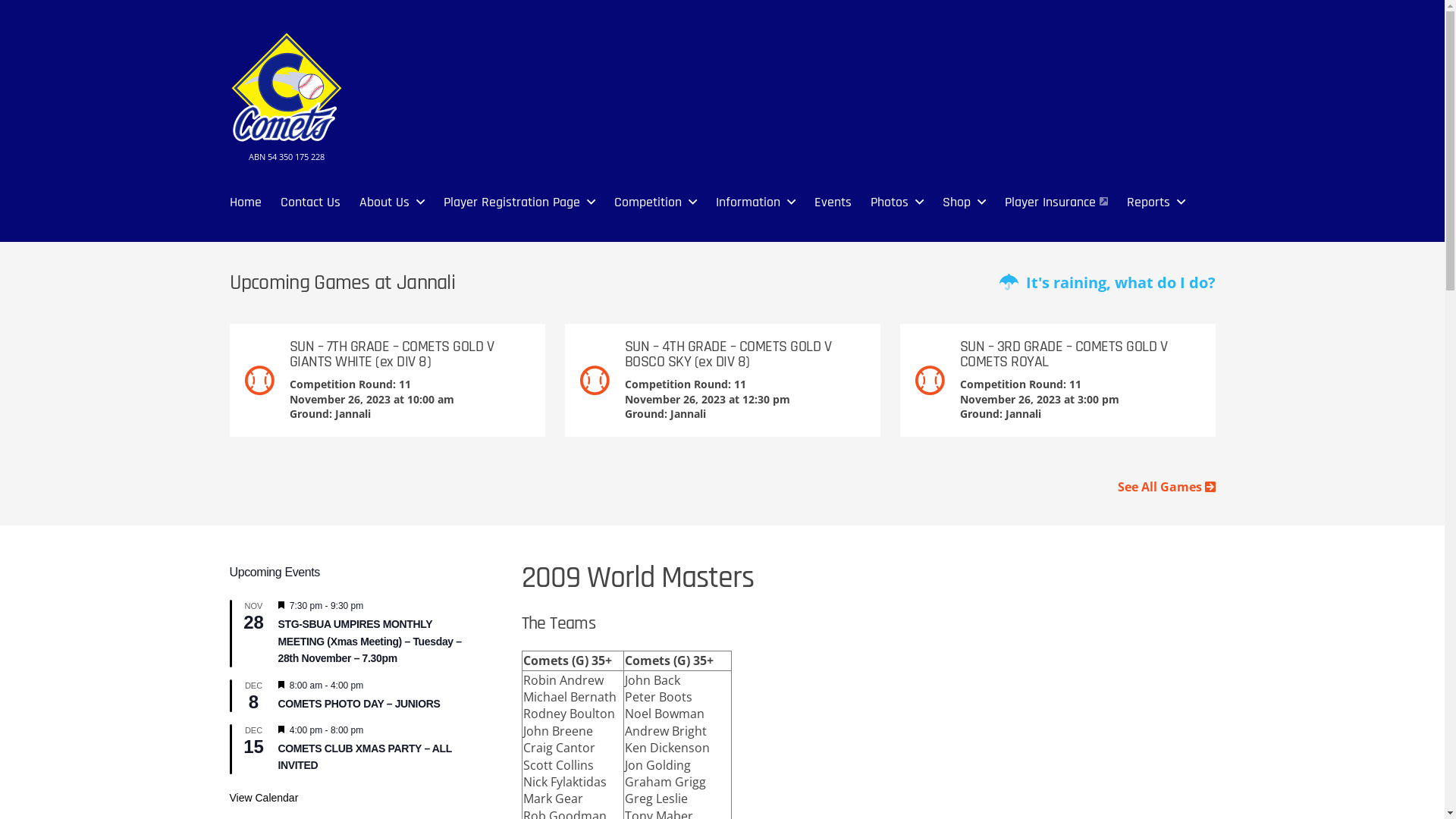 The image size is (1456, 819). What do you see at coordinates (1055, 201) in the screenshot?
I see `'Player Insurance'` at bounding box center [1055, 201].